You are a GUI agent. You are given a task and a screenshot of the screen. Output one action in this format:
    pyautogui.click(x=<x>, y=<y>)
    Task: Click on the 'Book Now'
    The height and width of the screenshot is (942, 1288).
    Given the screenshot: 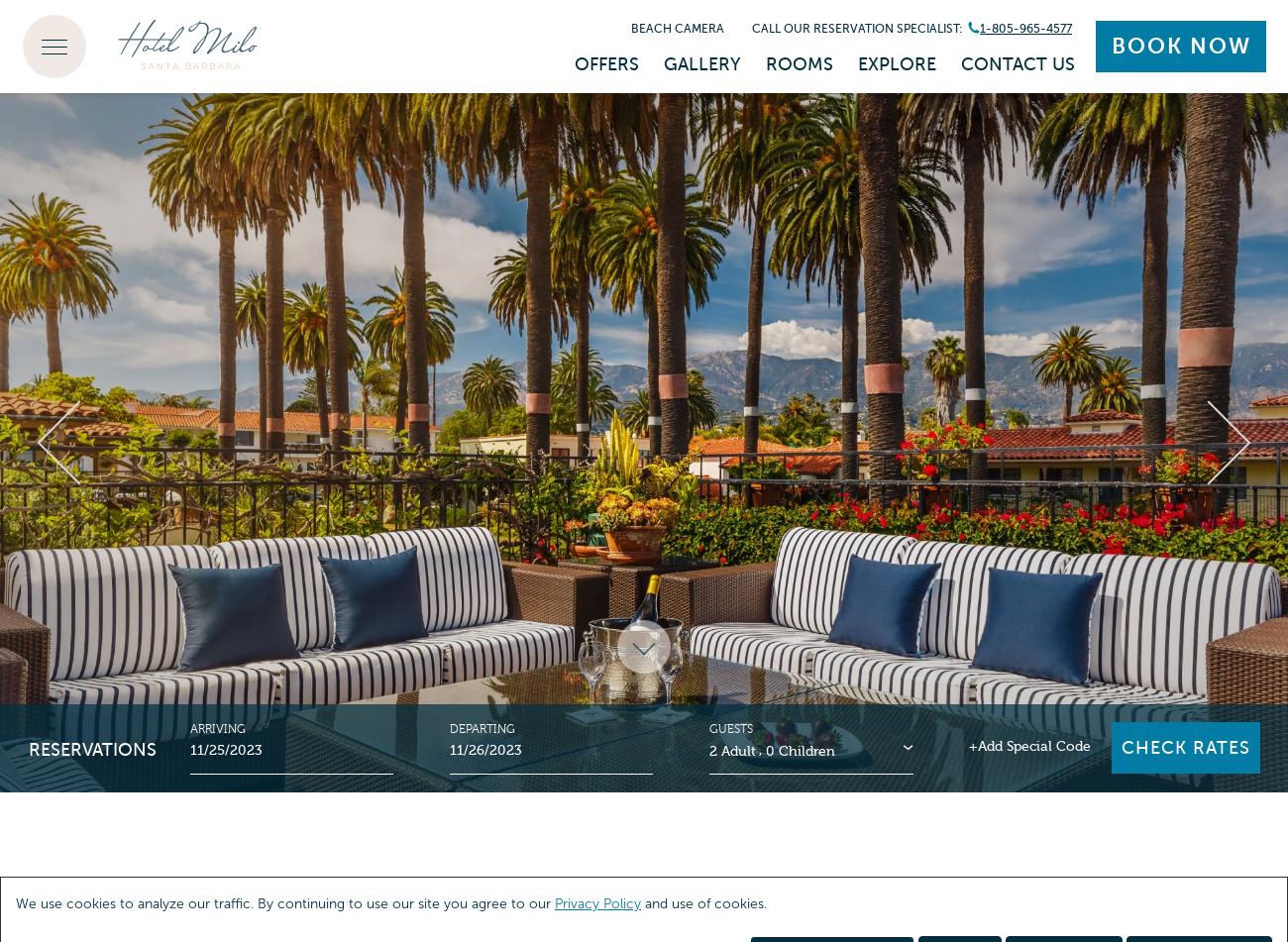 What is the action you would take?
    pyautogui.click(x=1180, y=46)
    